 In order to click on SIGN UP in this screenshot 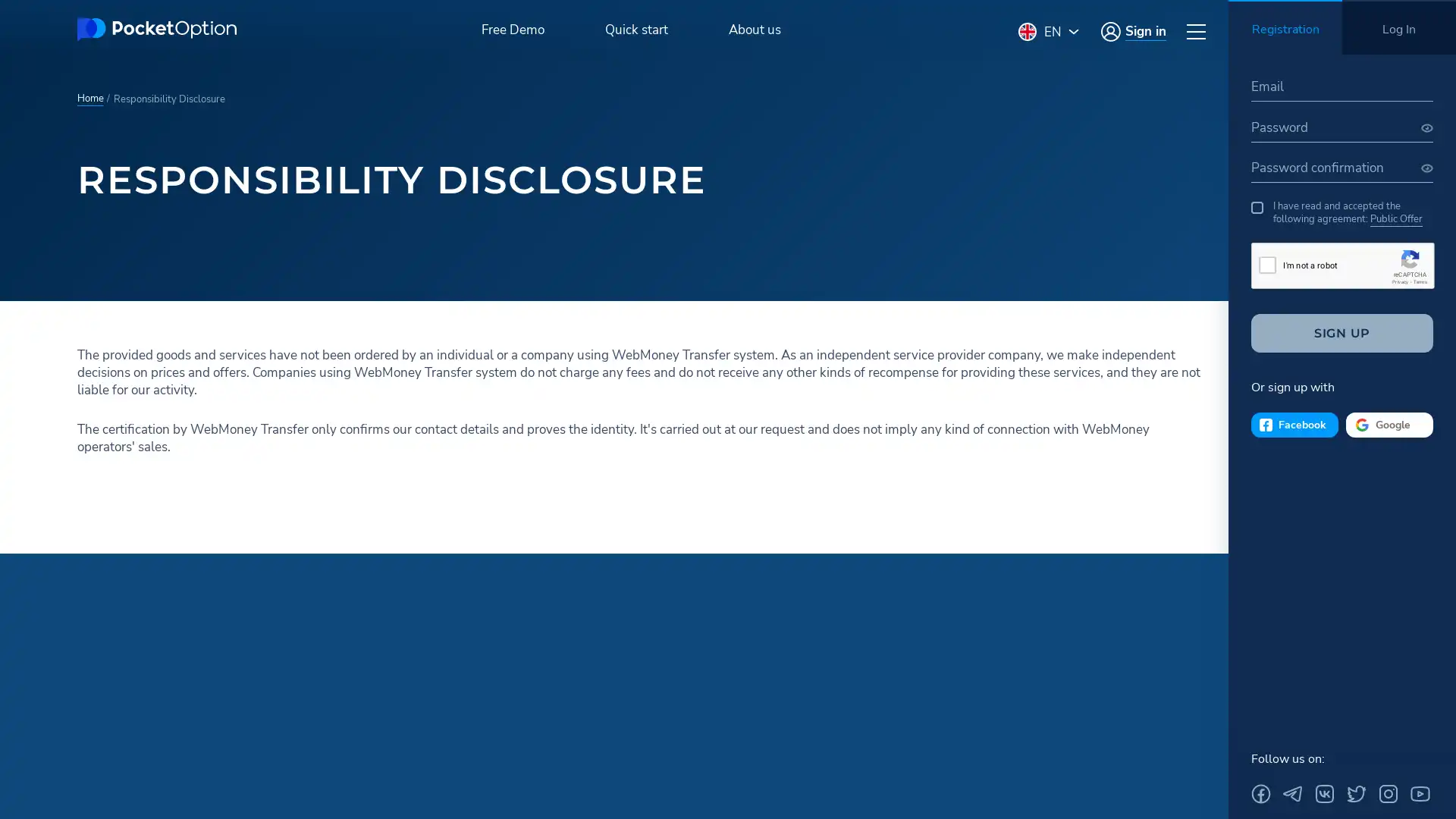, I will do `click(1342, 332)`.